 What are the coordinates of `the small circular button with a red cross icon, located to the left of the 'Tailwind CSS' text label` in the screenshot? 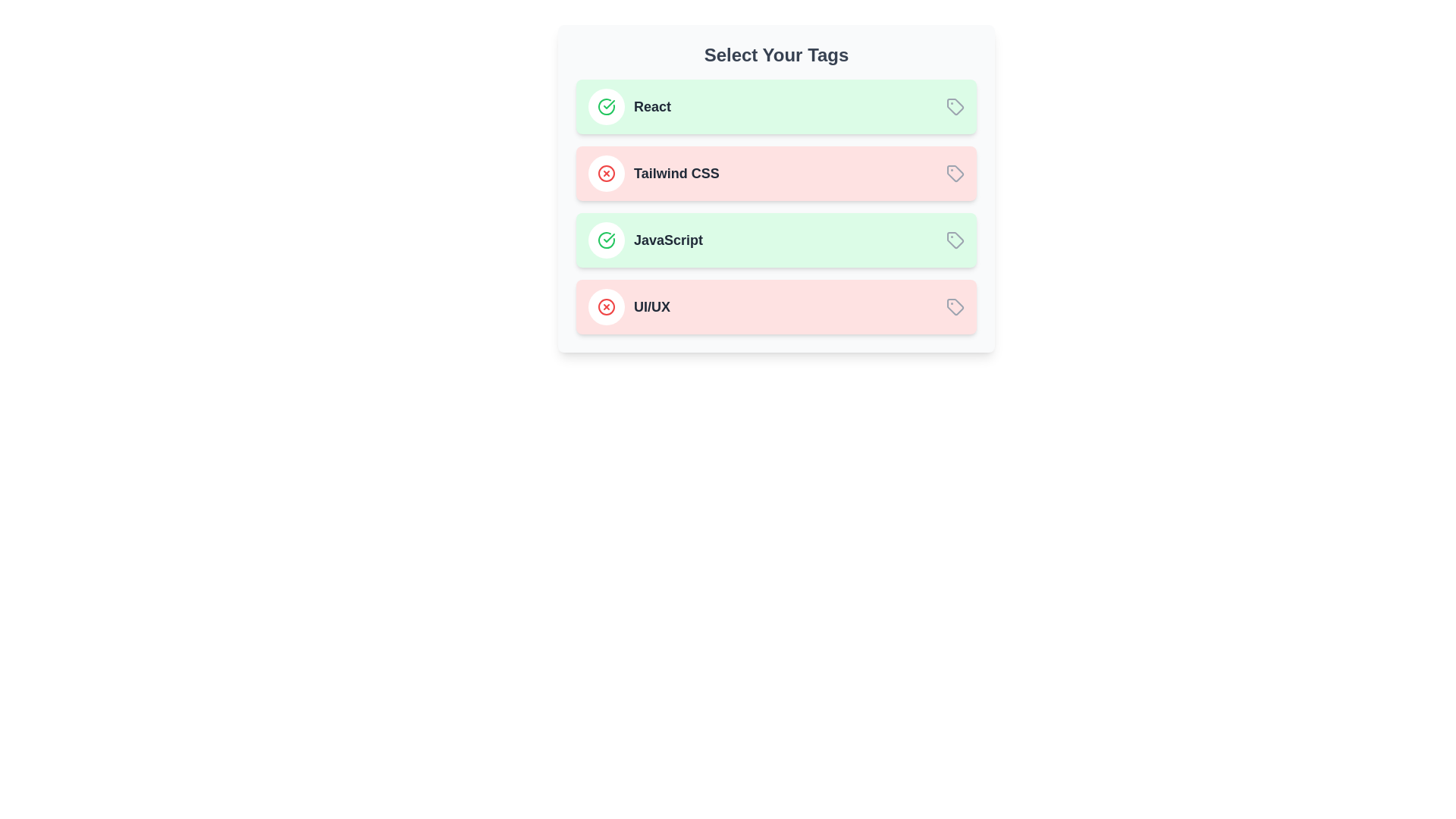 It's located at (607, 172).